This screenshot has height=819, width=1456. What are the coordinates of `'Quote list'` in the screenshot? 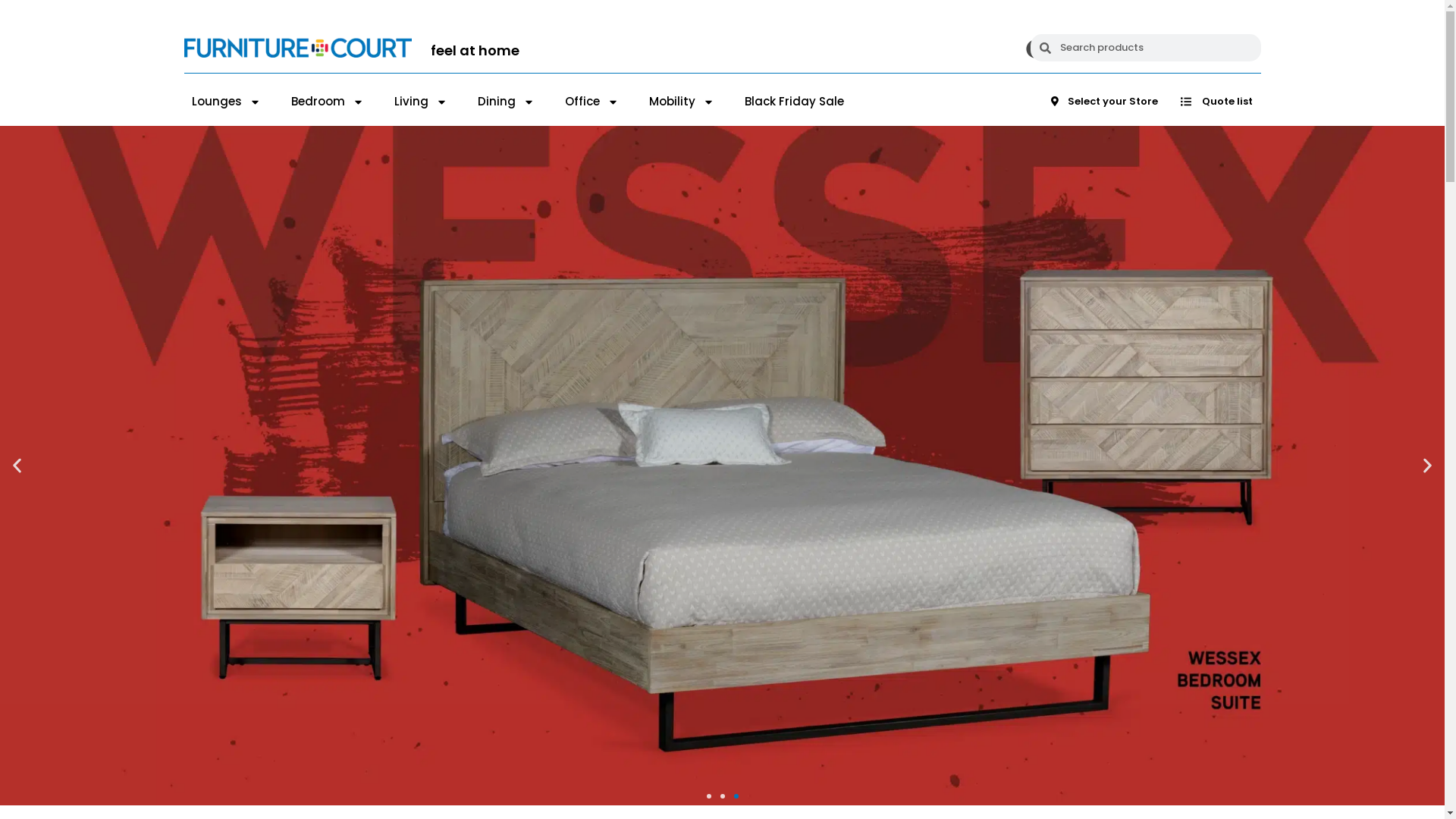 It's located at (1216, 102).